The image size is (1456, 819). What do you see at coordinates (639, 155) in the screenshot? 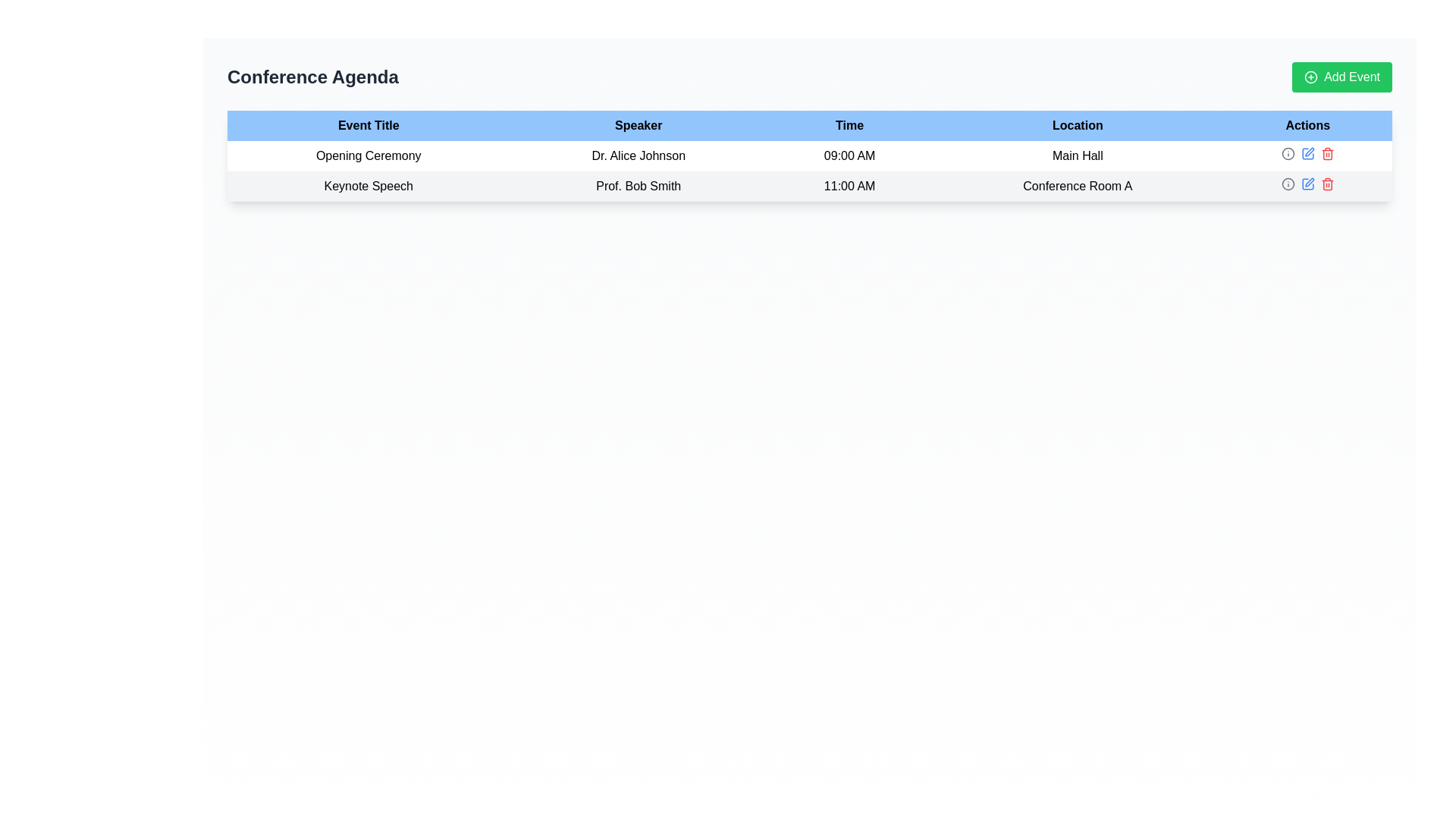
I see `the Text Label displaying 'Dr. Alice Johnson' in the 'Speaker' column of the 'Conference Agenda' table, located under the 'Opening Ceremony' event` at bounding box center [639, 155].